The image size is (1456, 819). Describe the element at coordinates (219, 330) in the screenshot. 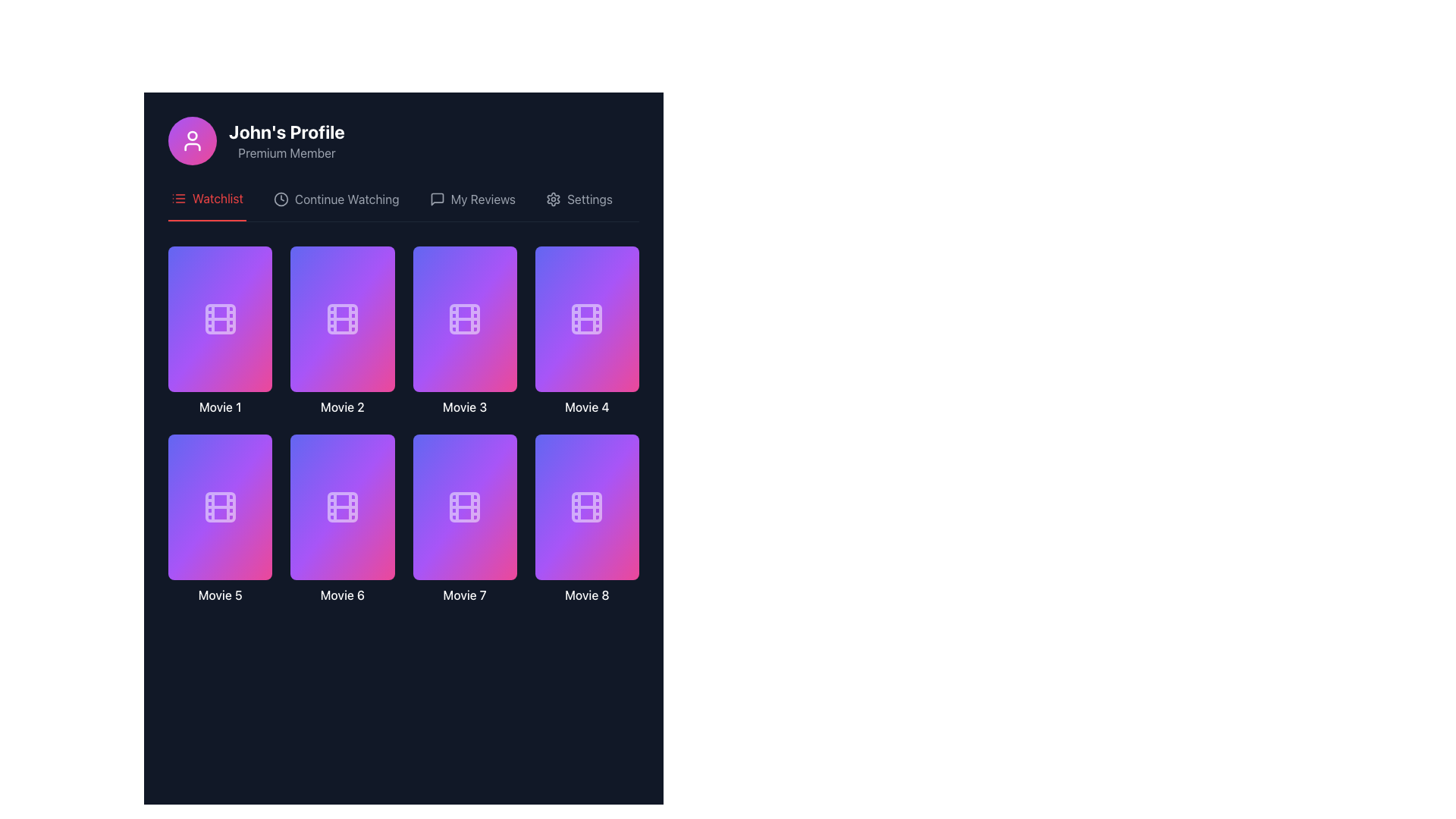

I see `the Movie Tile located in the first row and first column of the grid layout, which represents a movie or video content` at that location.